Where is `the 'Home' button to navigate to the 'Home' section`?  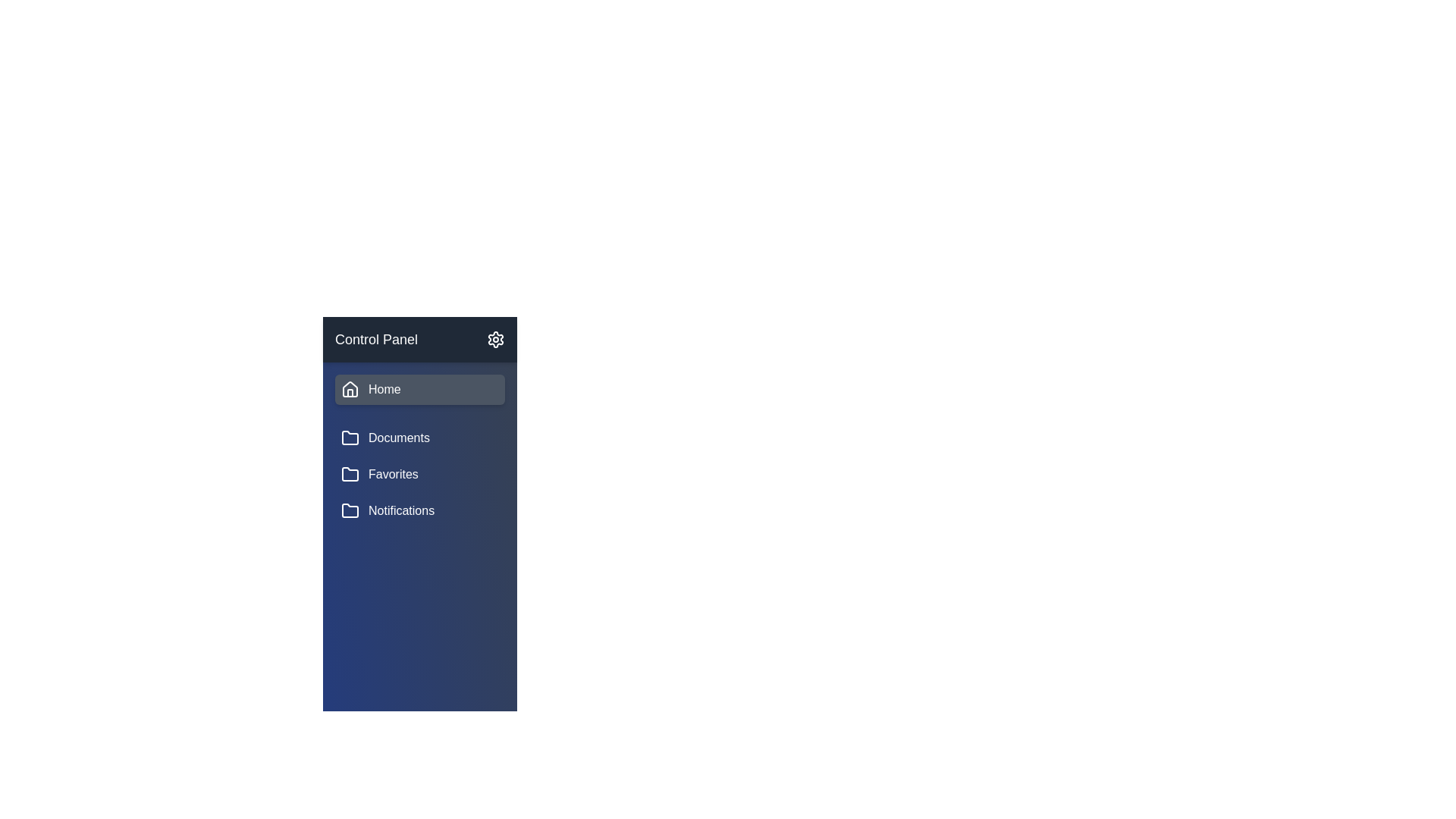
the 'Home' button to navigate to the 'Home' section is located at coordinates (419, 388).